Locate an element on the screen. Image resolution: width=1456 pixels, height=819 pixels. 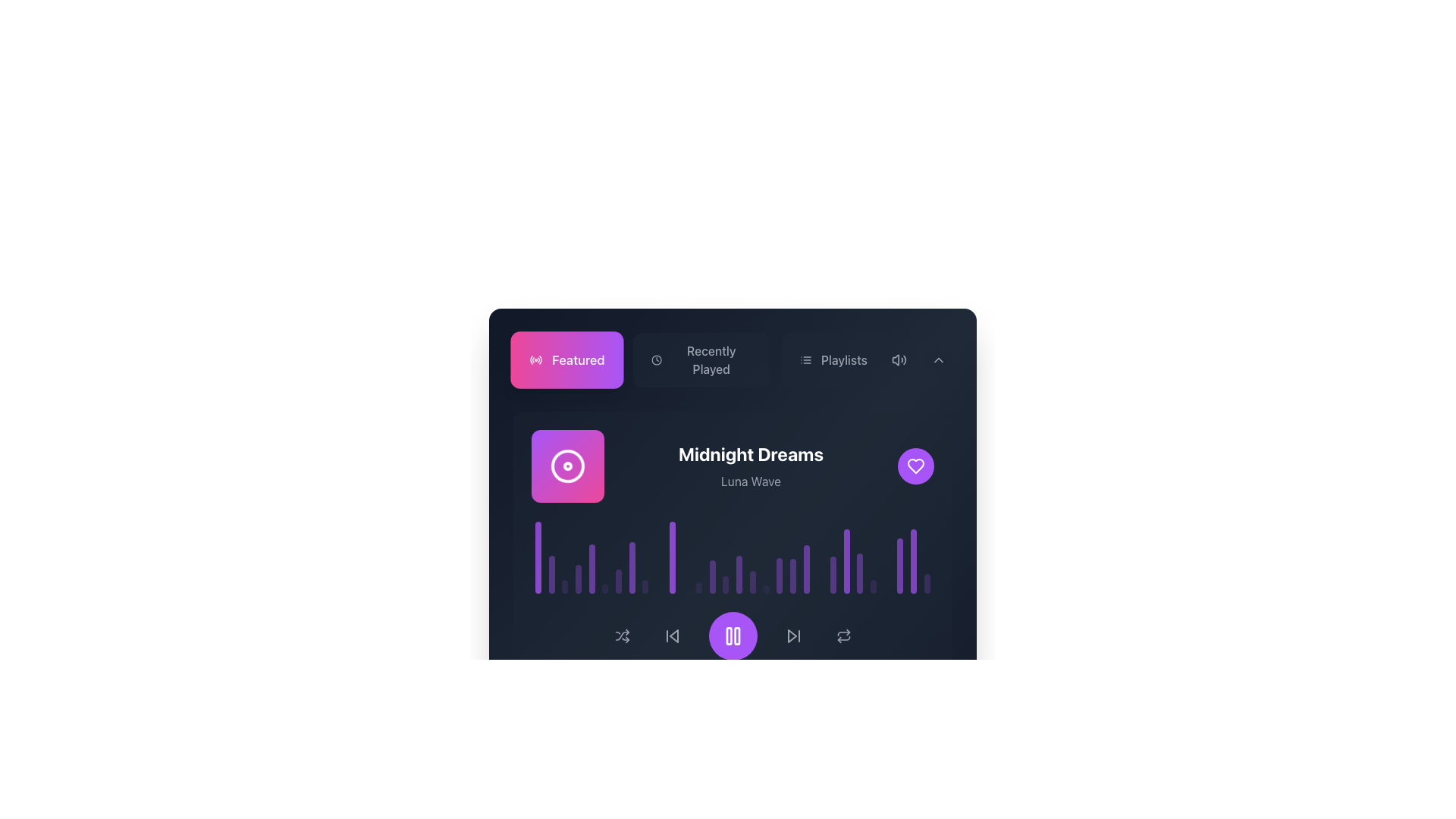
the icon button with a loop-like design and gray tone is located at coordinates (843, 636).